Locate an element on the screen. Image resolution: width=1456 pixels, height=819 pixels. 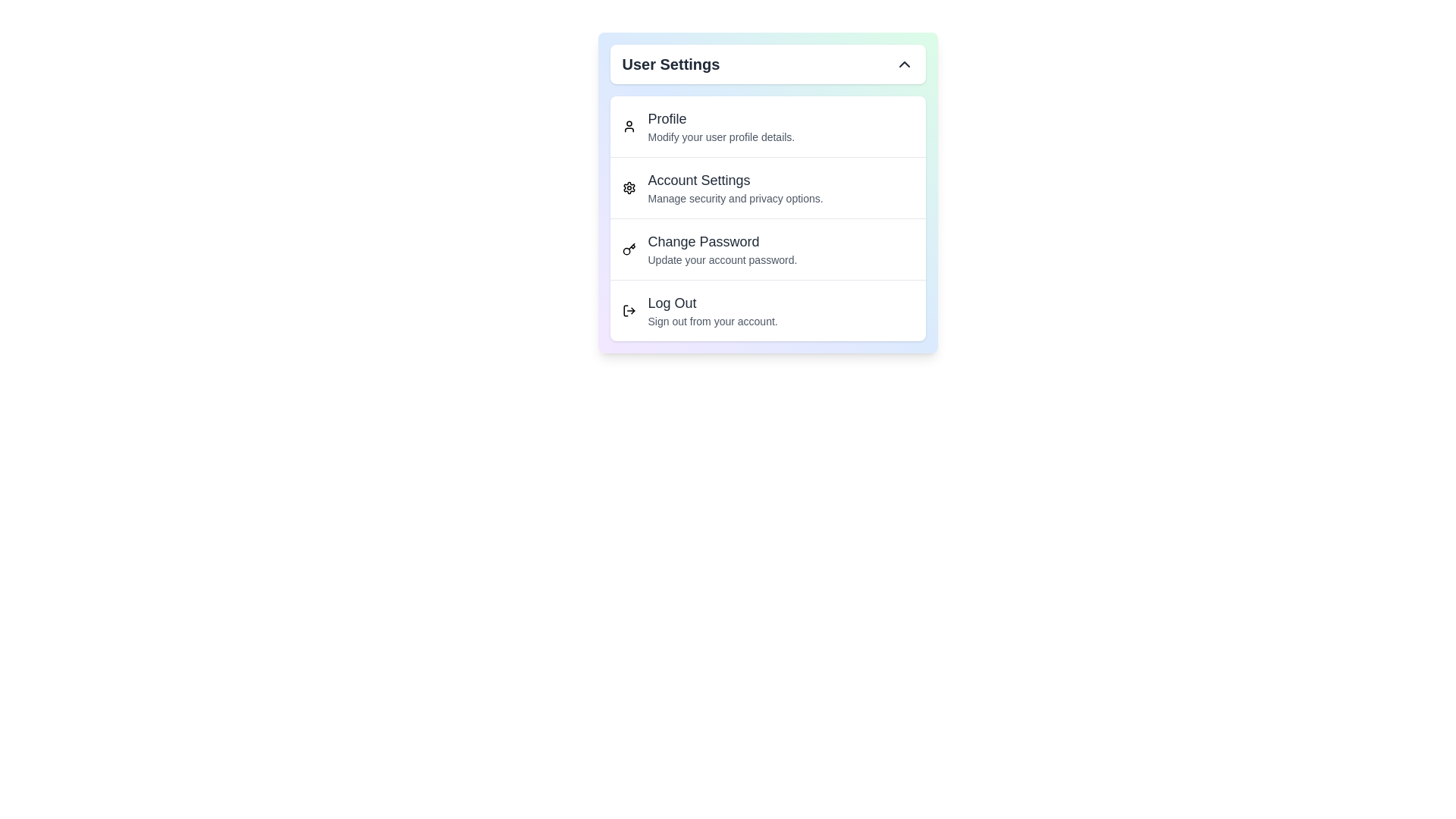
'User Settings' button to toggle the menu visibility is located at coordinates (767, 63).